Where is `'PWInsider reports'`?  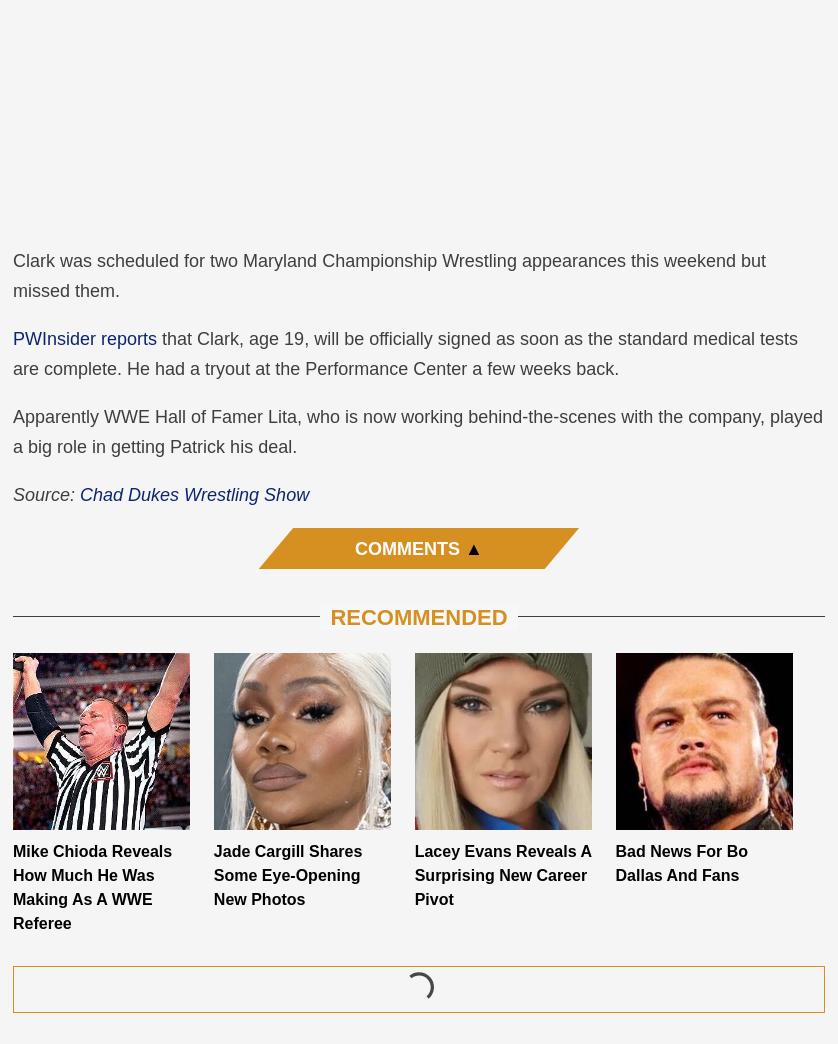
'PWInsider reports' is located at coordinates (84, 338).